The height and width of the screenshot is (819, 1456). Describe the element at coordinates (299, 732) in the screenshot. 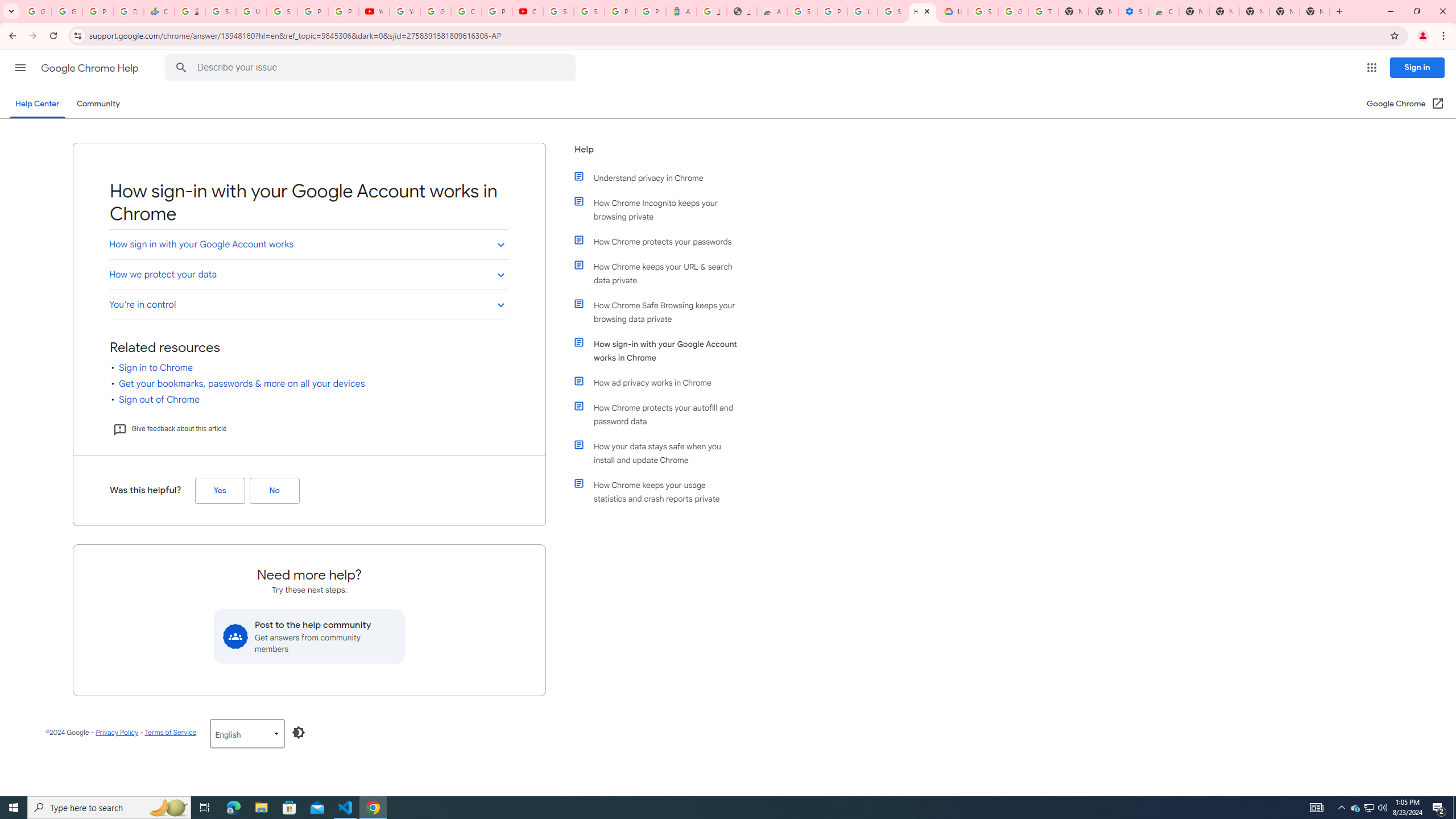

I see `'Enable Dark Mode'` at that location.